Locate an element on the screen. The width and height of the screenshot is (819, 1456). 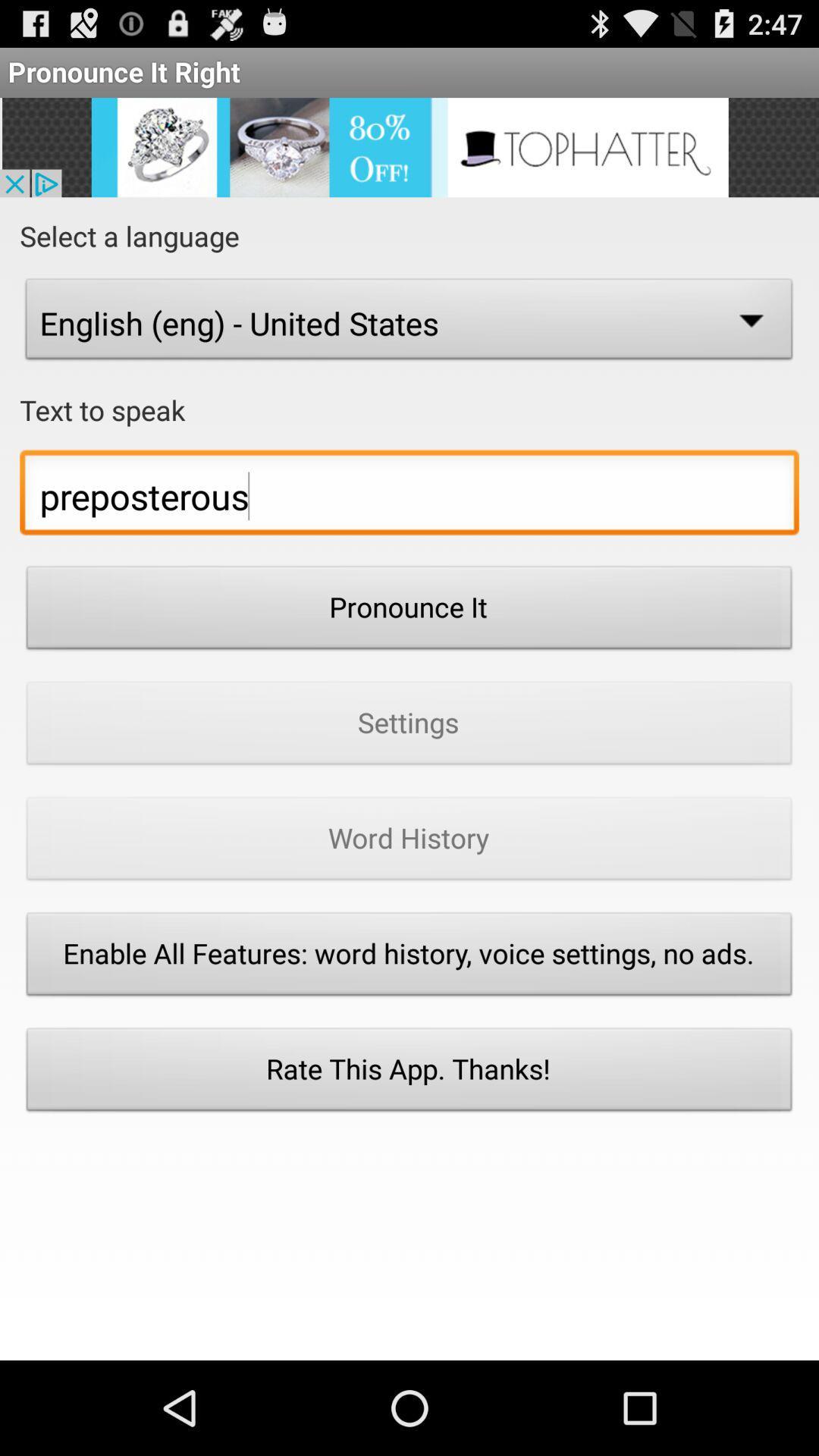
the advertisement is located at coordinates (409, 147).